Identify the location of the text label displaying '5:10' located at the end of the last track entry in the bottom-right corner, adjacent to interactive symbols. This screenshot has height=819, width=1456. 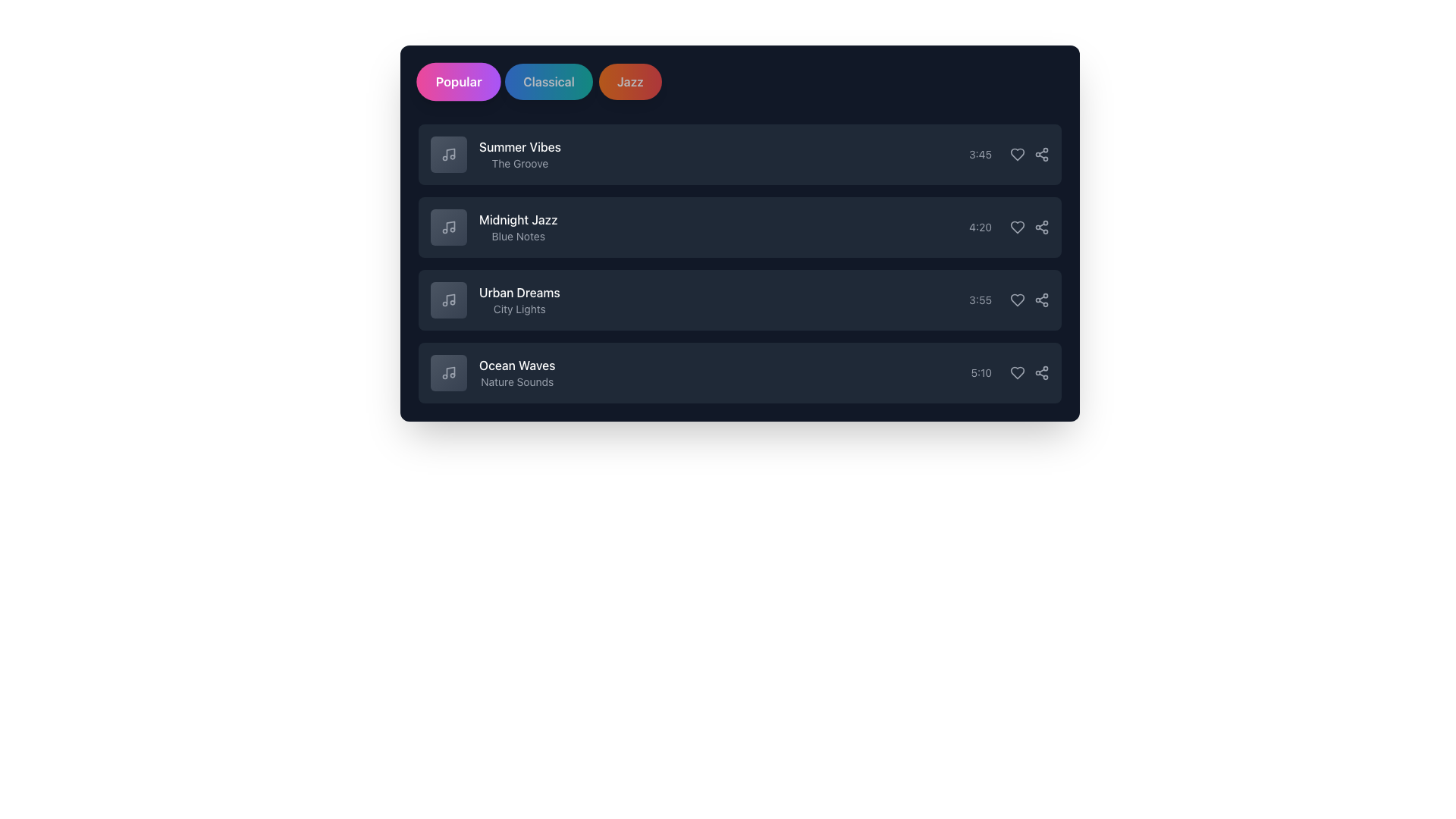
(981, 373).